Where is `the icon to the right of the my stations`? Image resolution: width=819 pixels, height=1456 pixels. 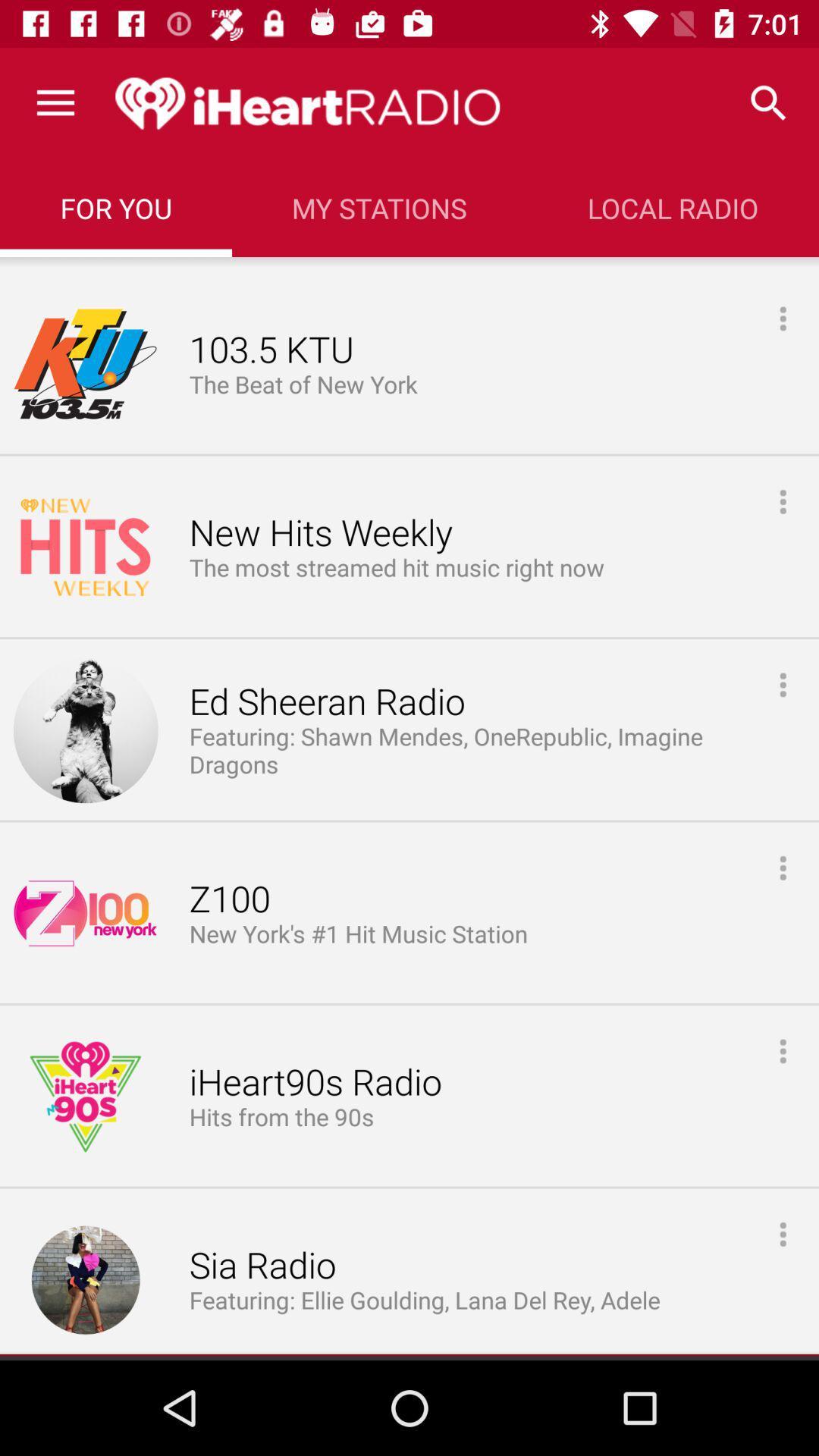 the icon to the right of the my stations is located at coordinates (769, 102).